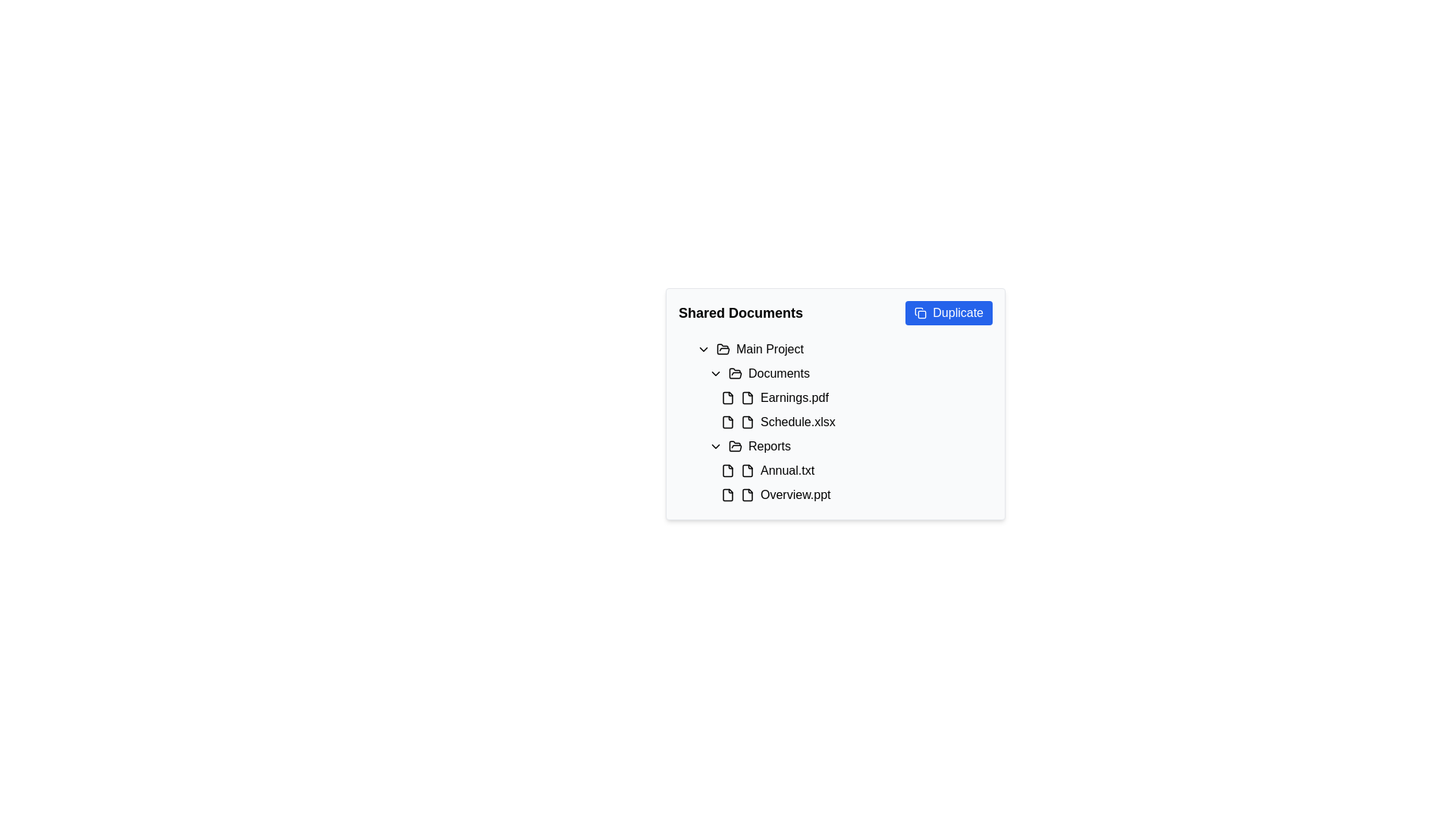  Describe the element at coordinates (723, 350) in the screenshot. I see `the open folder icon that indicates the expanded state of the 'Main Project' category, located in the 'Shared Documents' section` at that location.